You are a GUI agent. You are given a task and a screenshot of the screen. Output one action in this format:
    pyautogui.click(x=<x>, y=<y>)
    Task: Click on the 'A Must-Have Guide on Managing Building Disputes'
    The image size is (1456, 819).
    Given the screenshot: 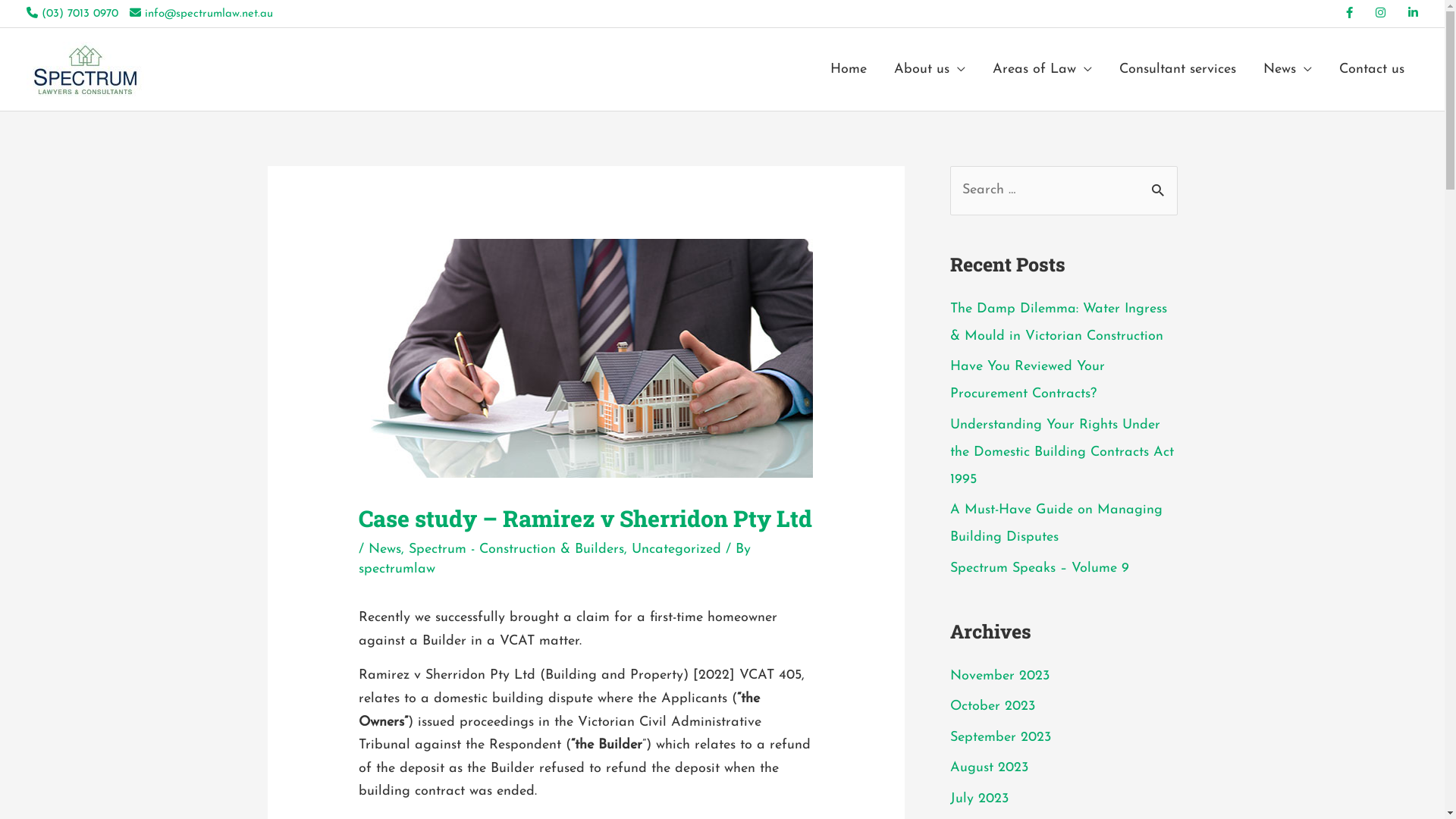 What is the action you would take?
    pyautogui.click(x=1055, y=522)
    